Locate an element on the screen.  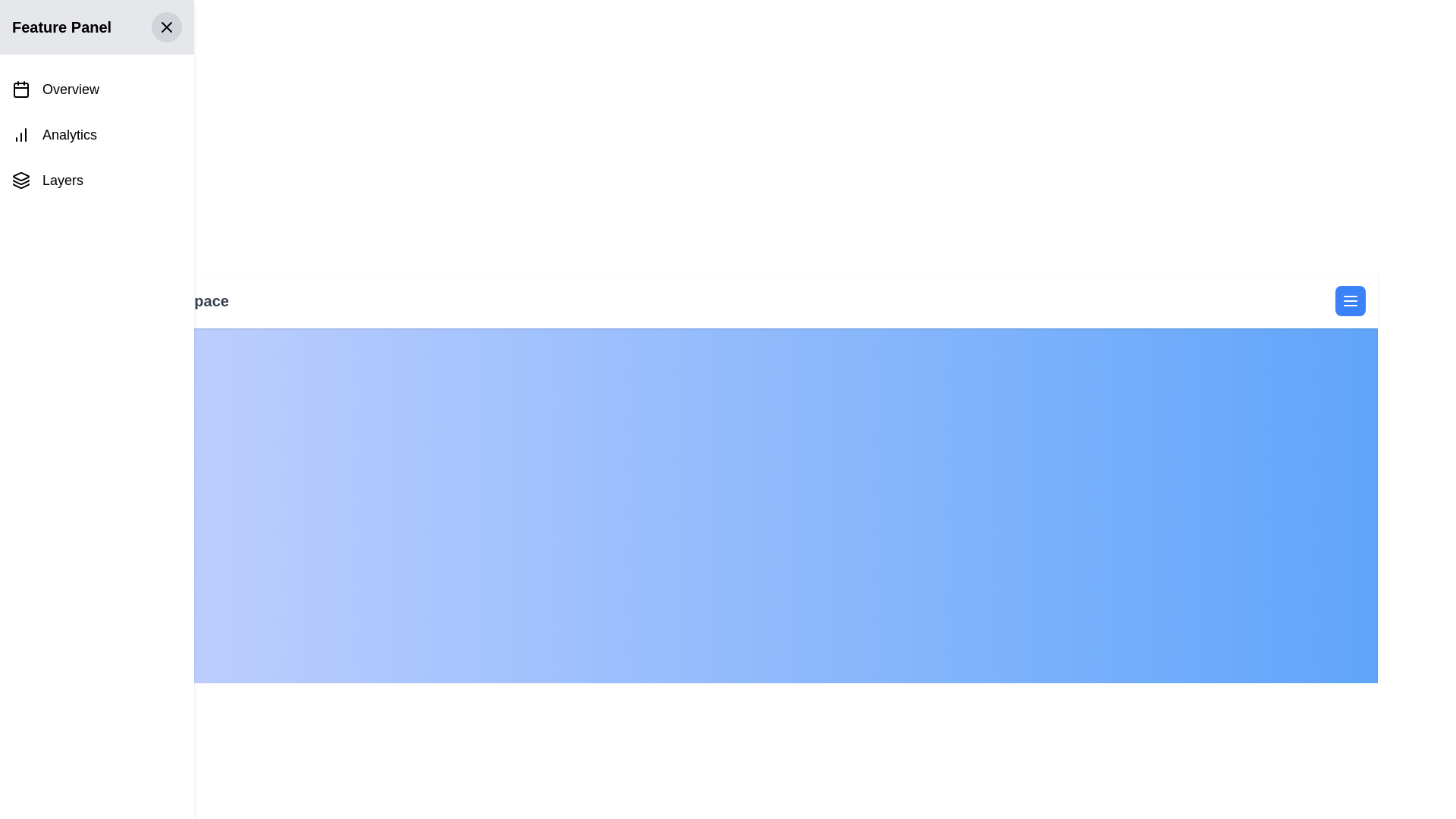
the icon located in the top-right corner of the interface that serves as a visual indicator for opening a navigation drawer or menu is located at coordinates (1350, 301).